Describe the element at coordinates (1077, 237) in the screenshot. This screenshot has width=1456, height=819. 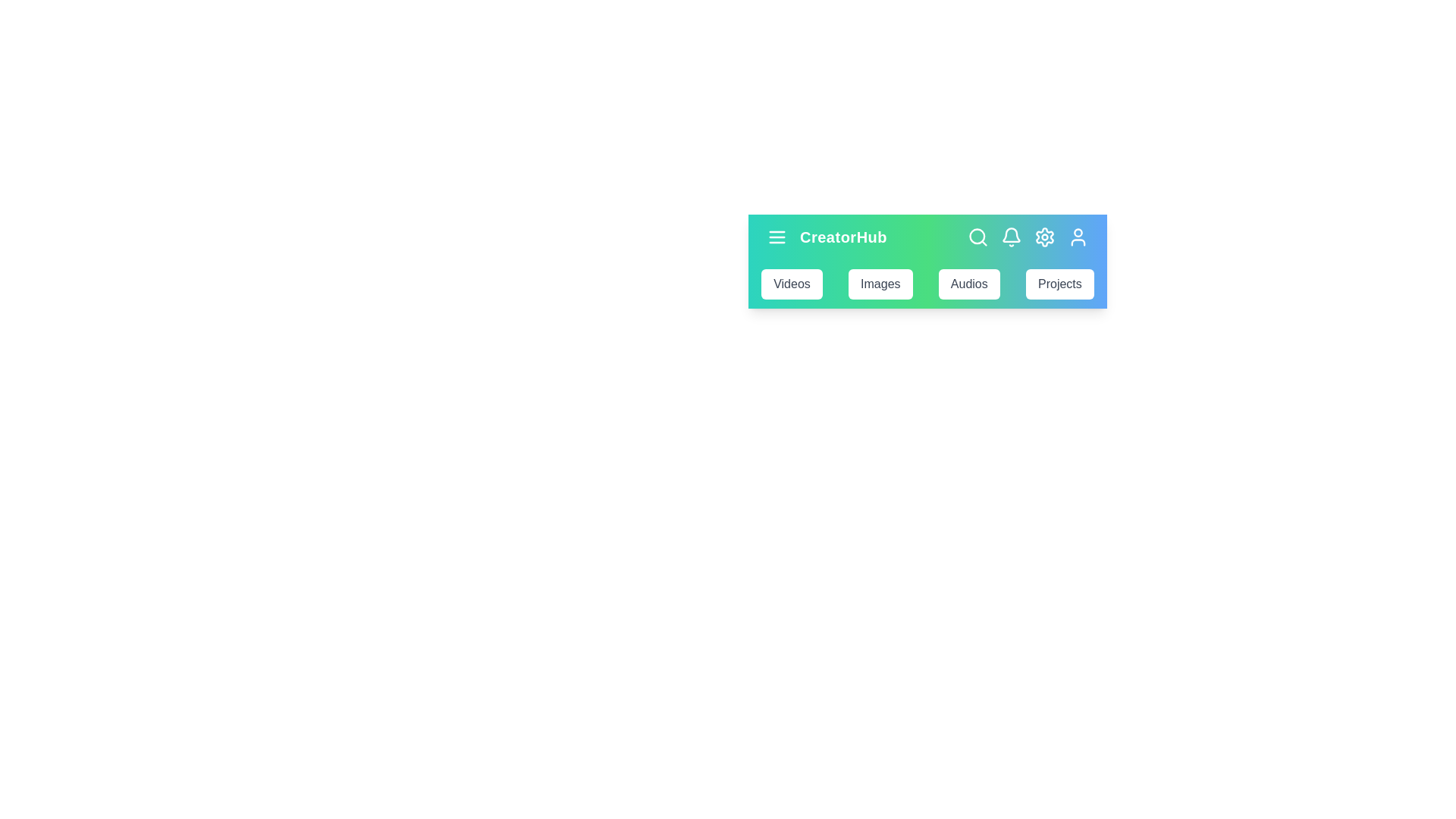
I see `the user icon to access the user profile options` at that location.